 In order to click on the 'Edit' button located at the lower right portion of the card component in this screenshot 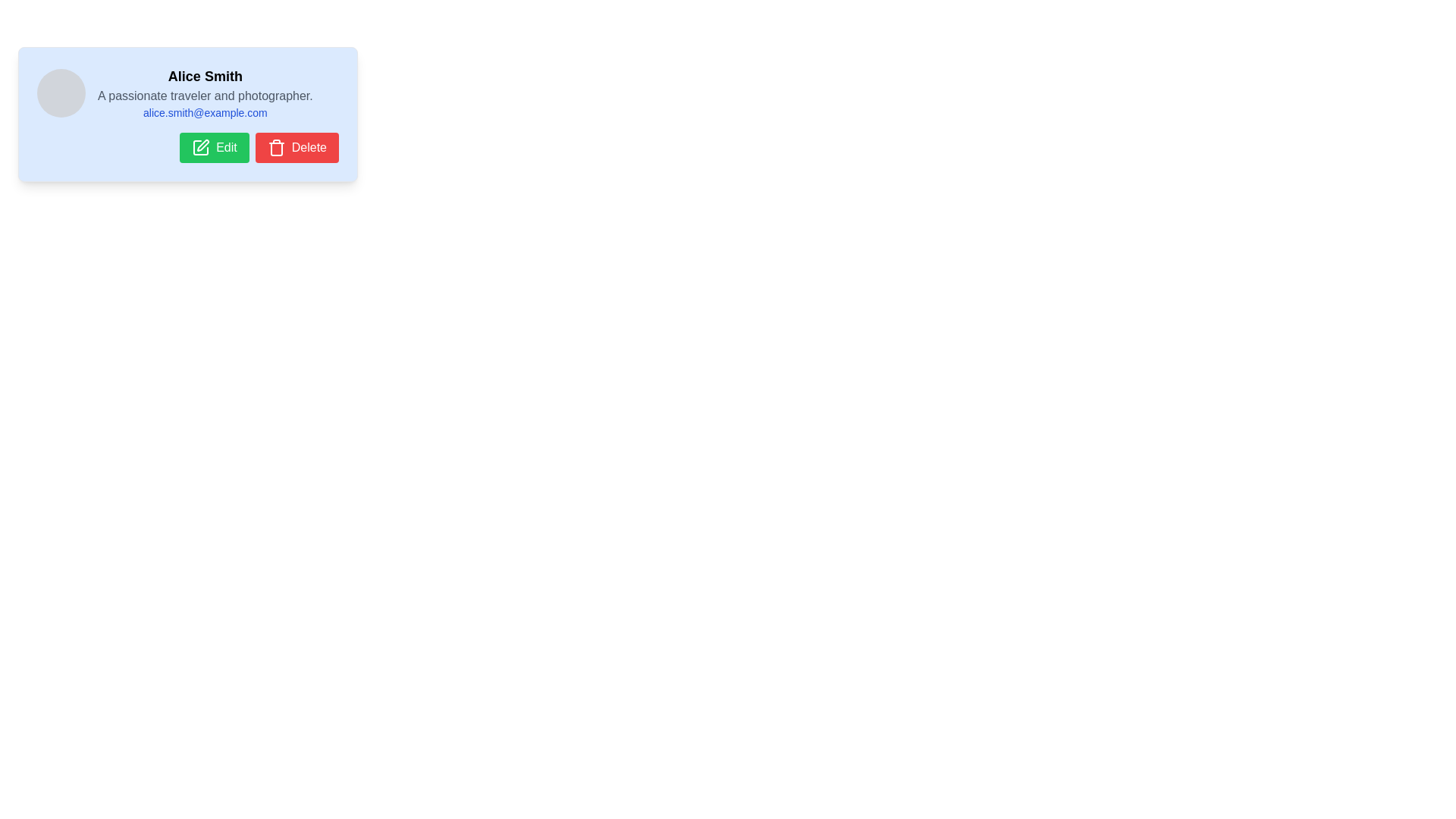, I will do `click(214, 148)`.